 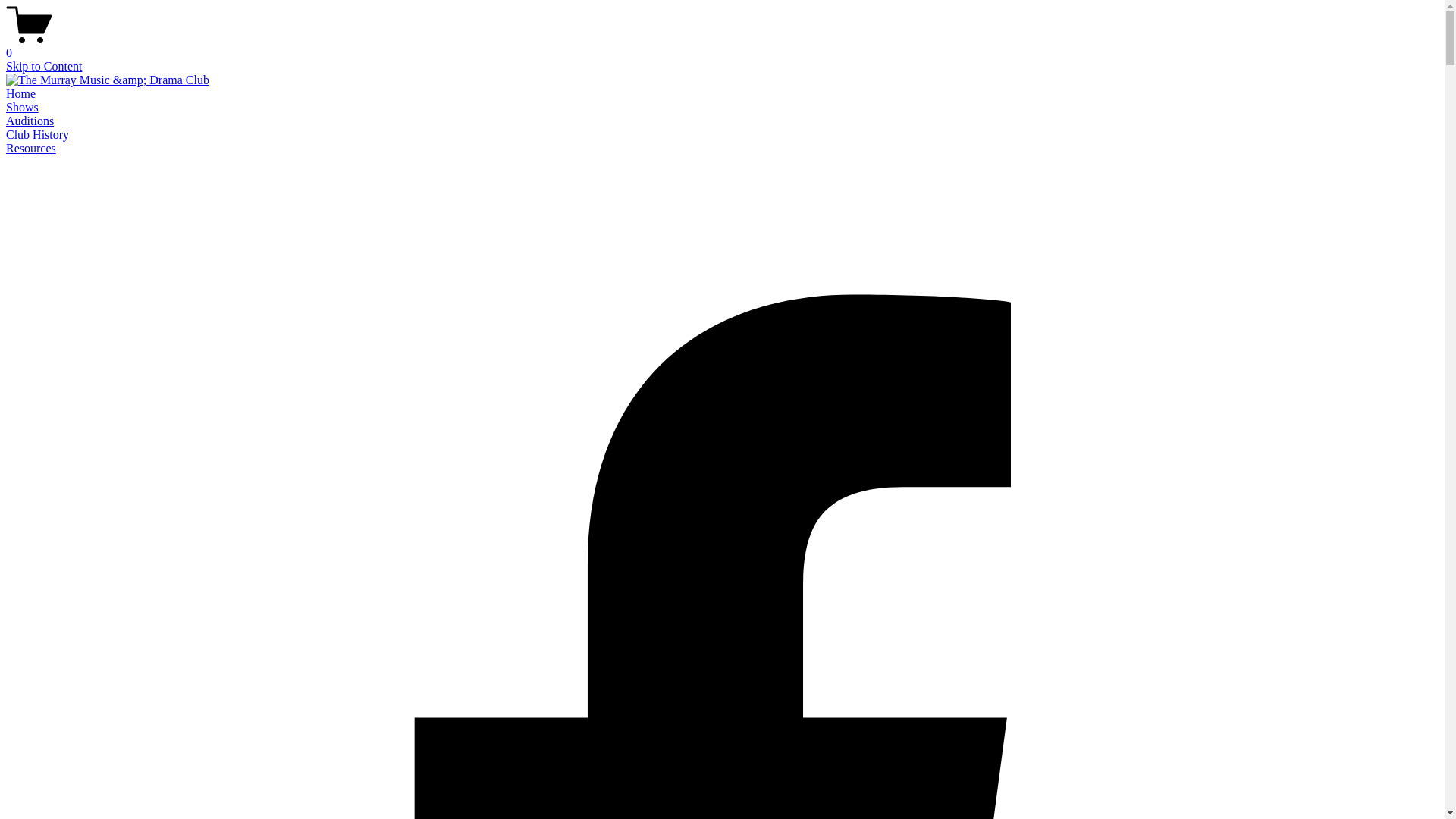 I want to click on 'Shows', so click(x=22, y=106).